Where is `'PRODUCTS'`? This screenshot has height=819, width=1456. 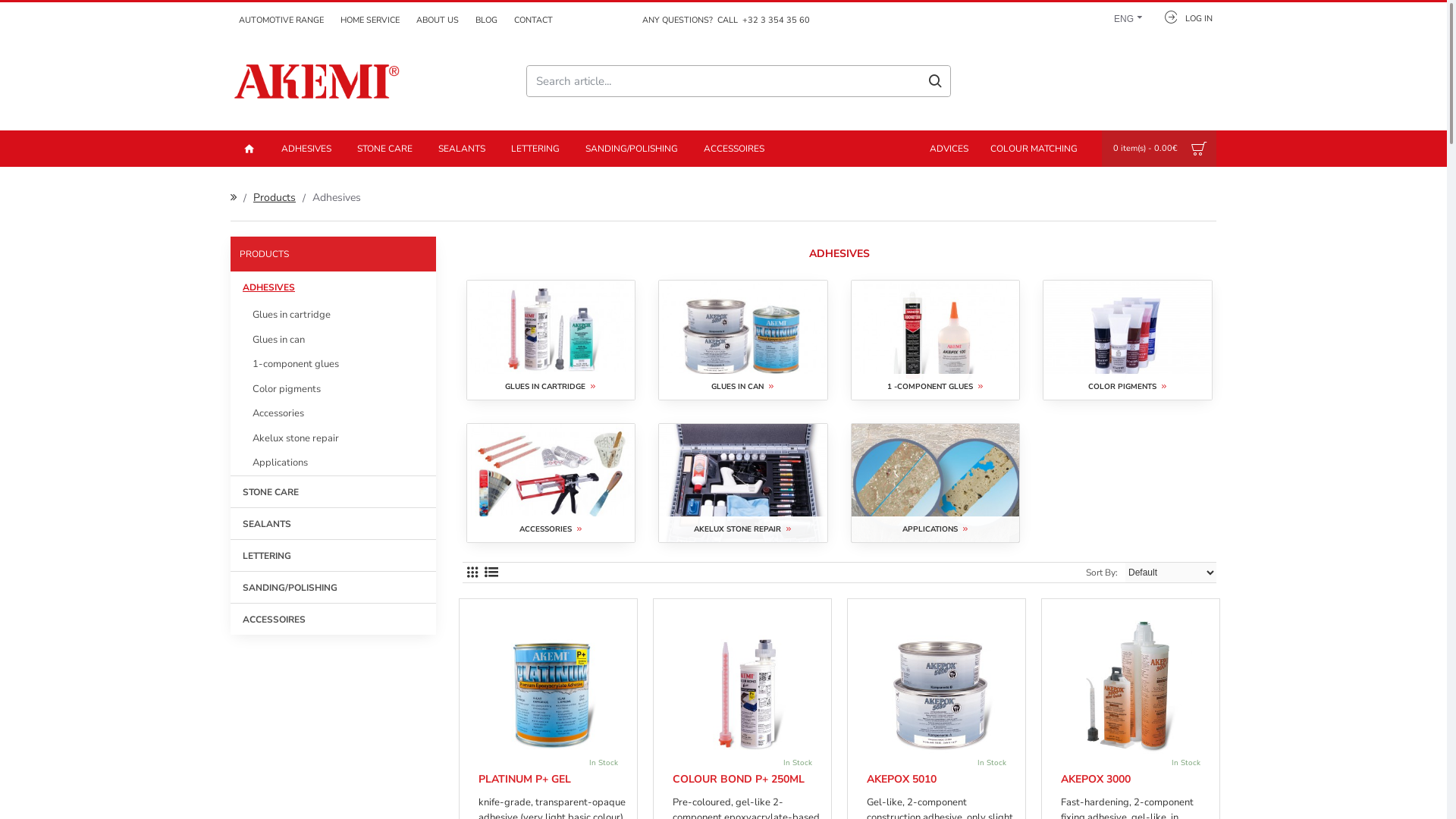
'PRODUCTS' is located at coordinates (332, 253).